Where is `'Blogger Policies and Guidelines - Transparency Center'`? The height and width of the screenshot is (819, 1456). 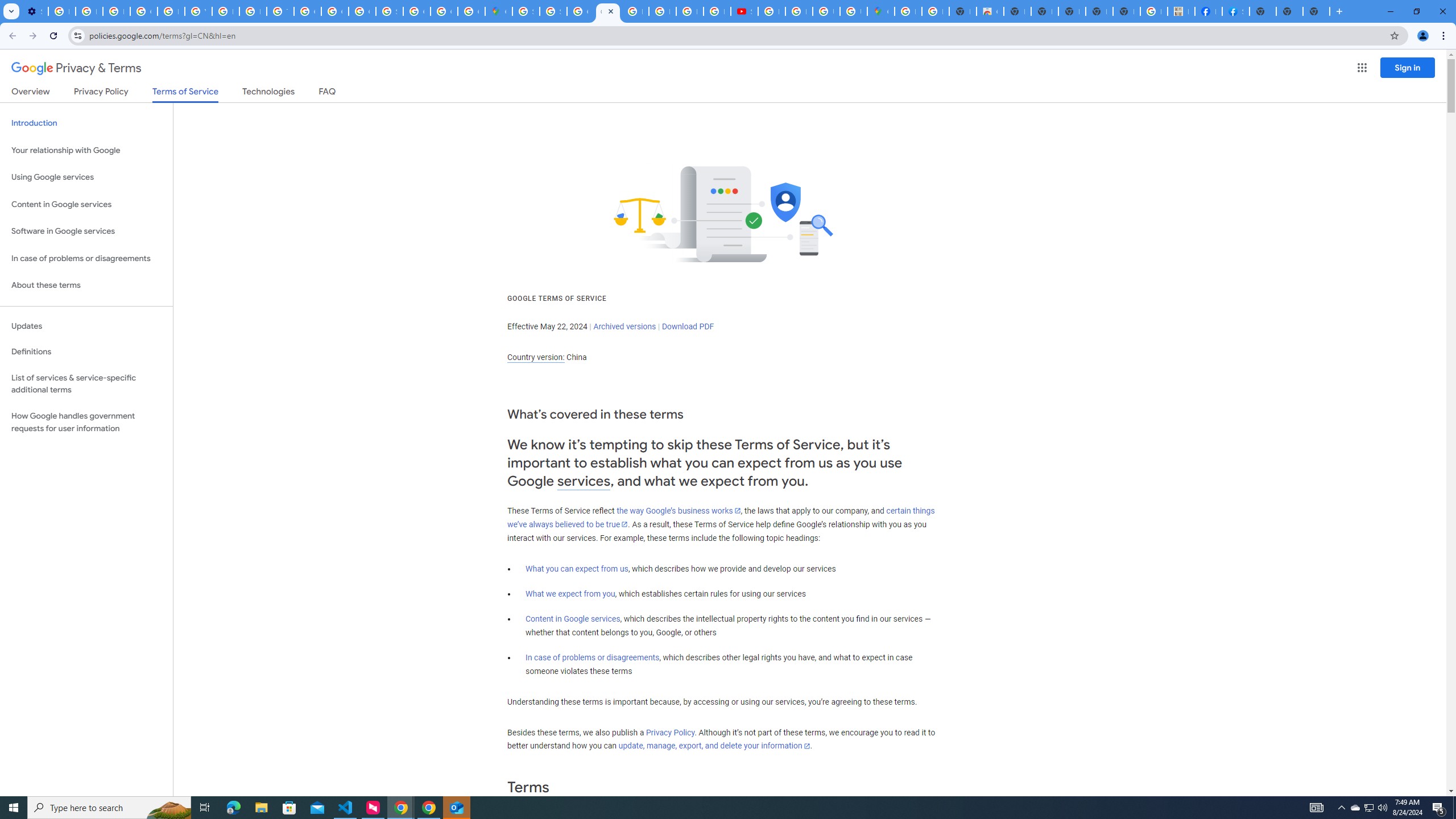
'Blogger Policies and Guidelines - Transparency Center' is located at coordinates (635, 11).